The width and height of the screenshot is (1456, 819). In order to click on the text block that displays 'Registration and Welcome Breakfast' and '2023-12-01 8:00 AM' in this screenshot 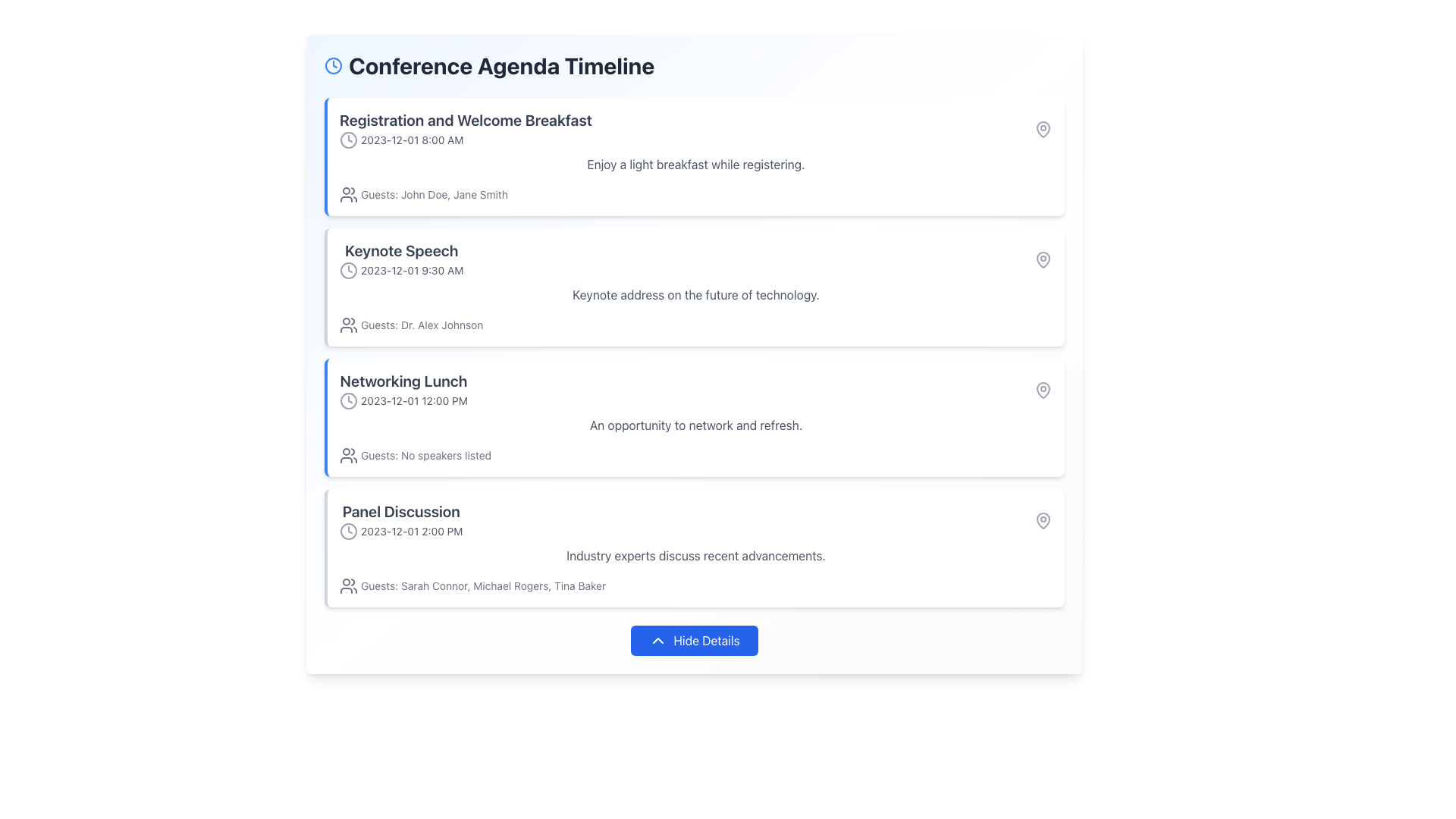, I will do `click(465, 128)`.